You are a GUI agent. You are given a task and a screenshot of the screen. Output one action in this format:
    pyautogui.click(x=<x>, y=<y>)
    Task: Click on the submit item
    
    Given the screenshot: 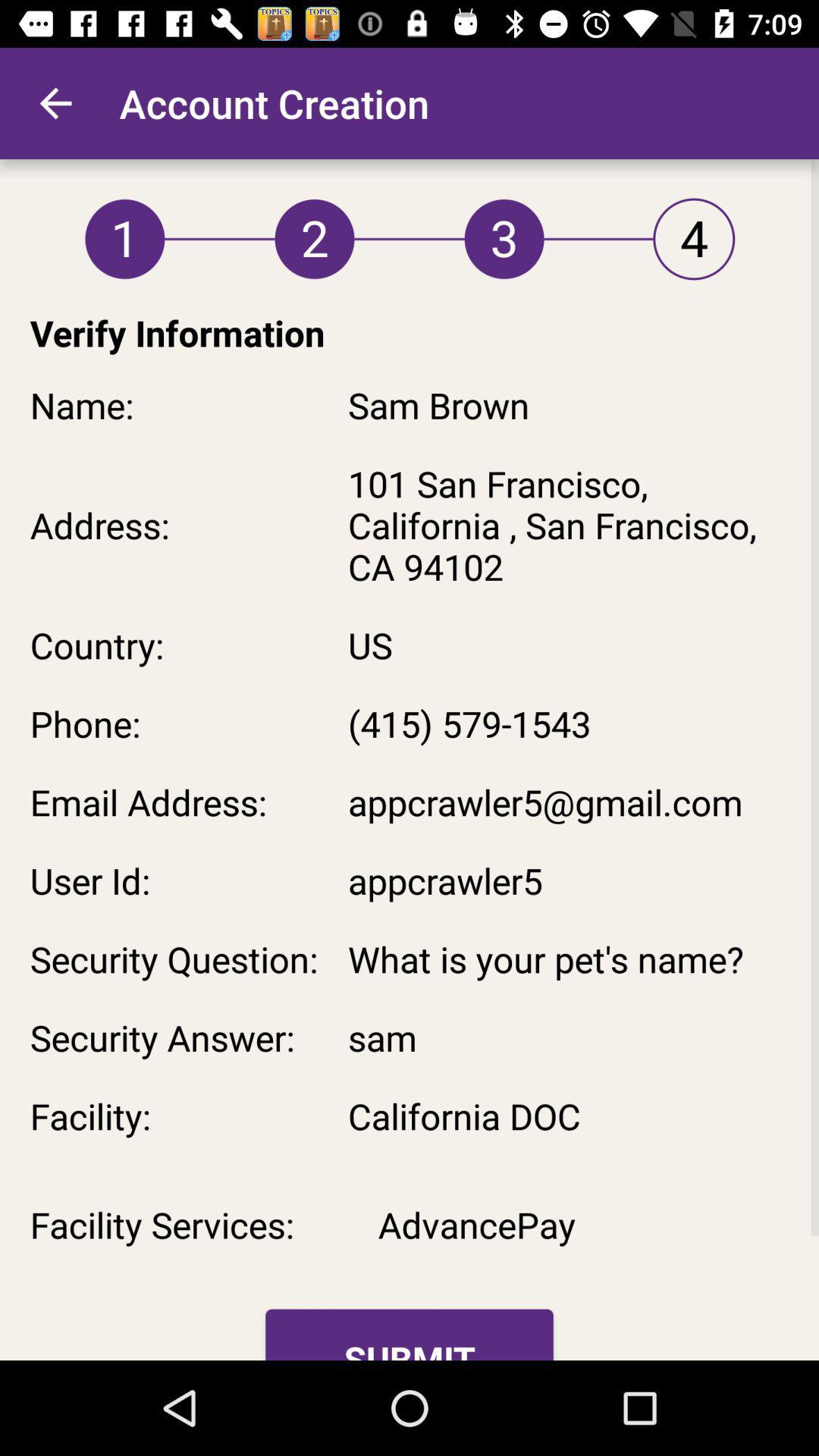 What is the action you would take?
    pyautogui.click(x=409, y=1335)
    